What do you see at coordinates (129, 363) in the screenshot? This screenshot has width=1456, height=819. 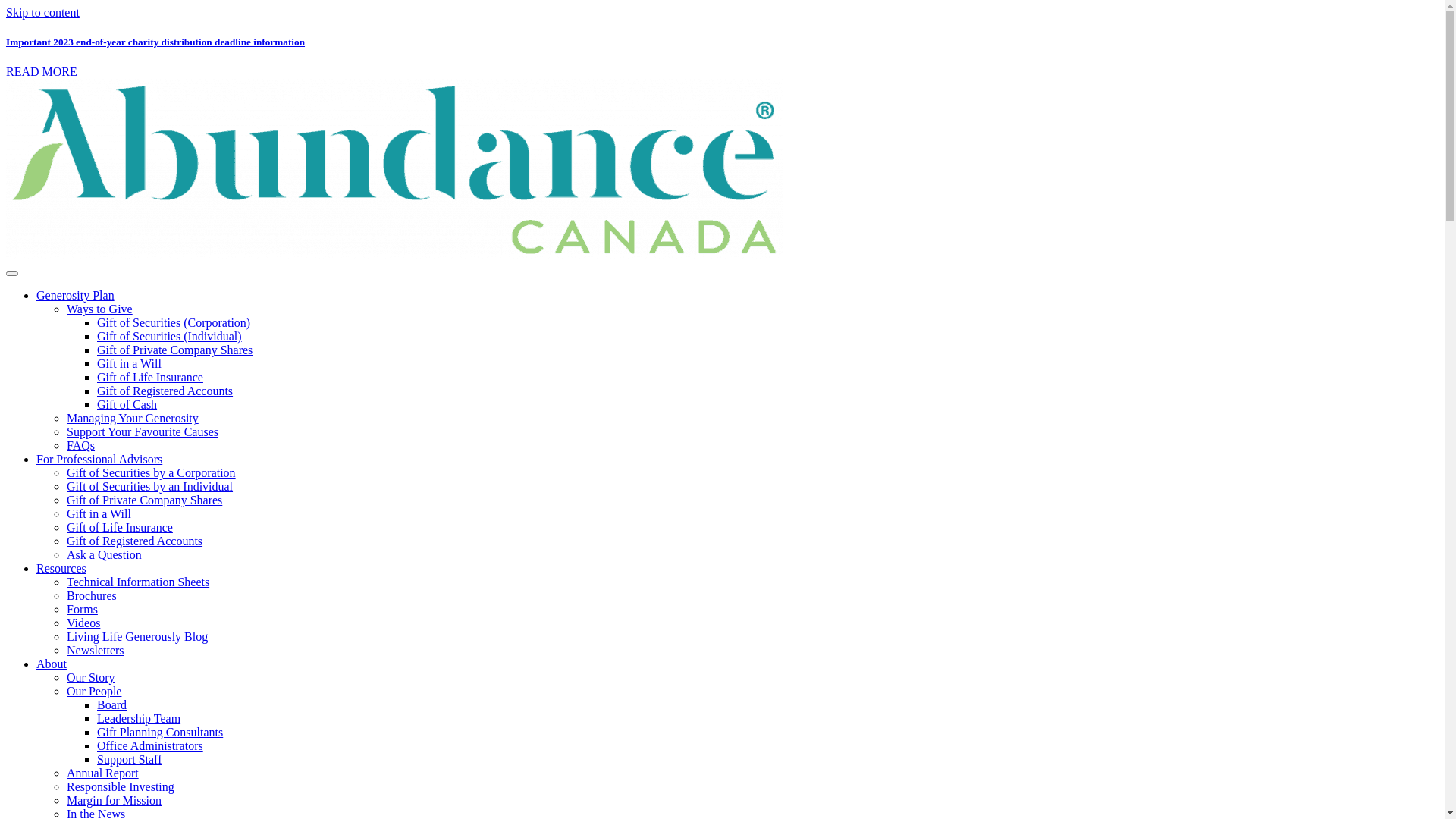 I see `'Gift in a Will'` at bounding box center [129, 363].